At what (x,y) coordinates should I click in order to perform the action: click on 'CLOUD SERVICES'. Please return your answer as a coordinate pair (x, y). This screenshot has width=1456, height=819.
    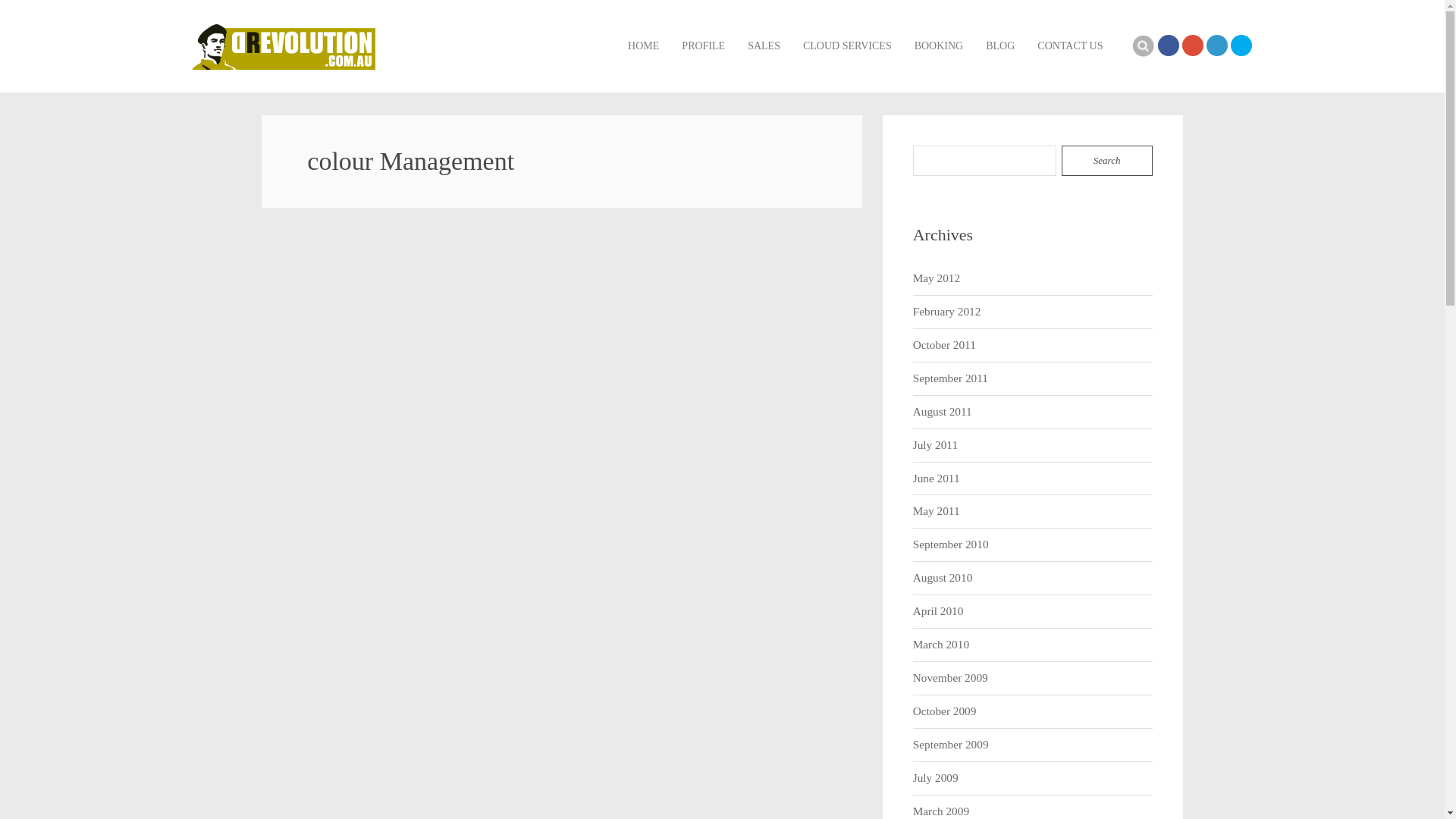
    Looking at the image, I should click on (846, 45).